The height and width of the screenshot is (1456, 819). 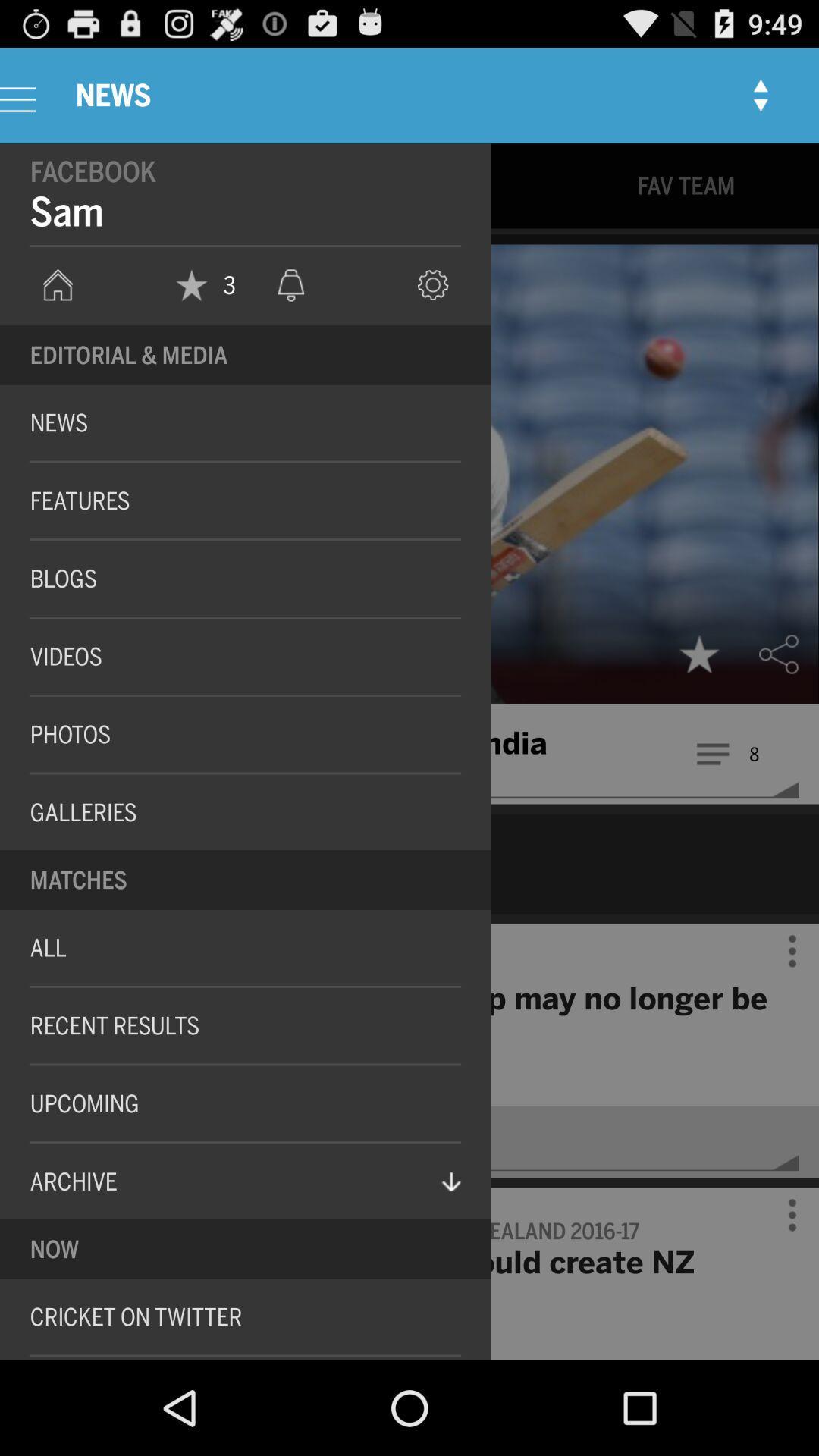 I want to click on the home icon, so click(x=57, y=305).